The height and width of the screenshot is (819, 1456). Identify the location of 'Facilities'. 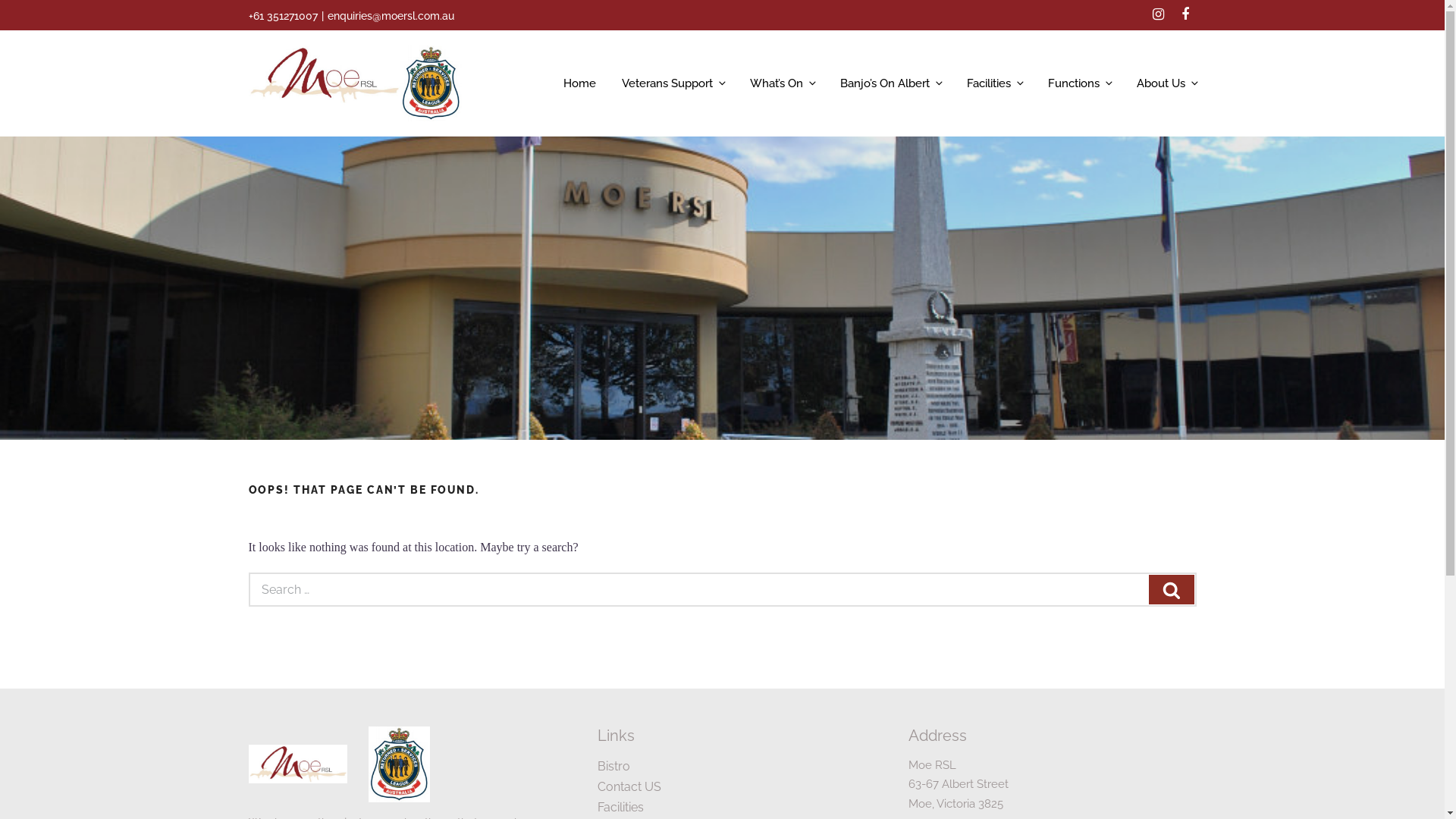
(994, 83).